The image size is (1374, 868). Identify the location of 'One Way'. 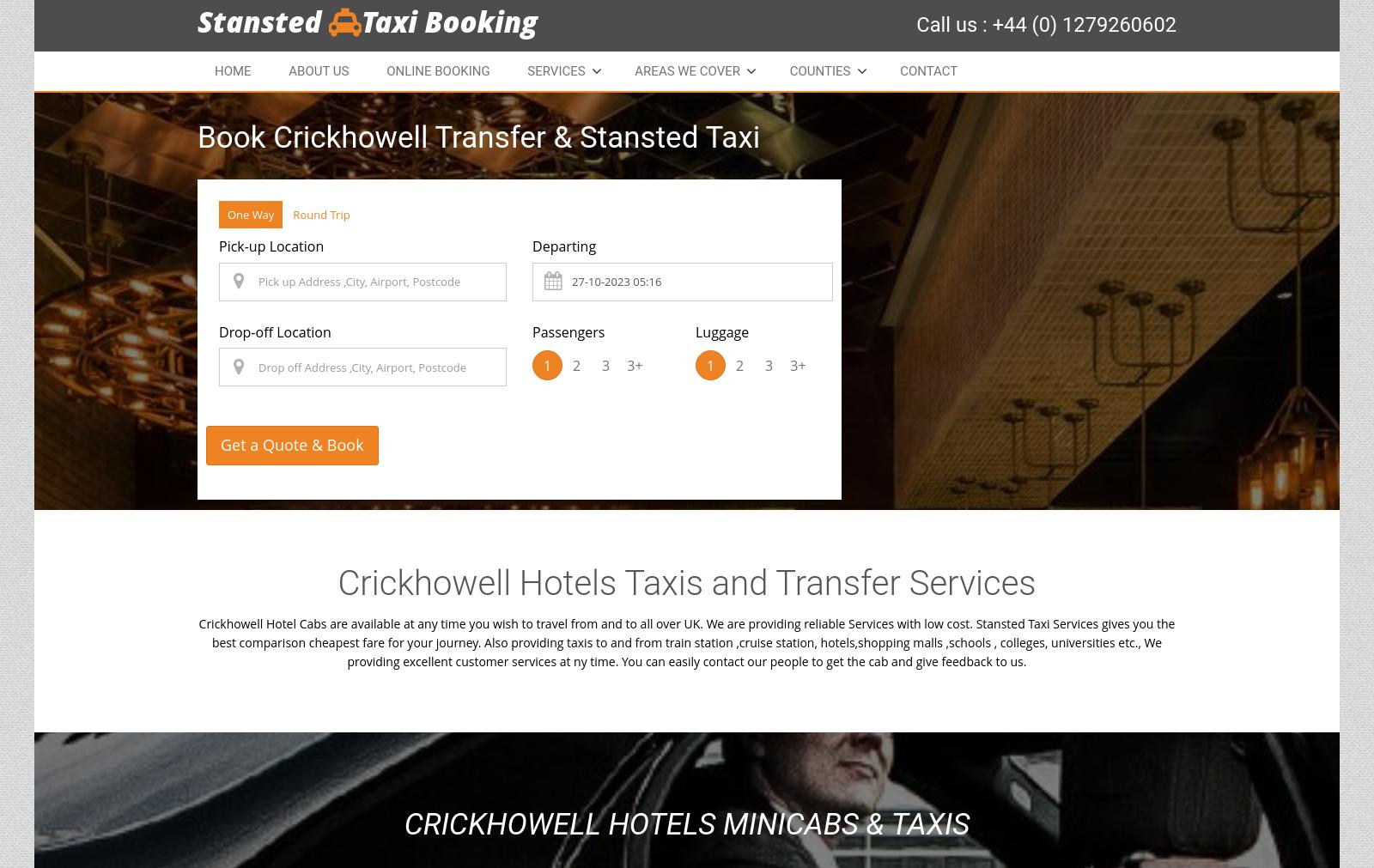
(251, 214).